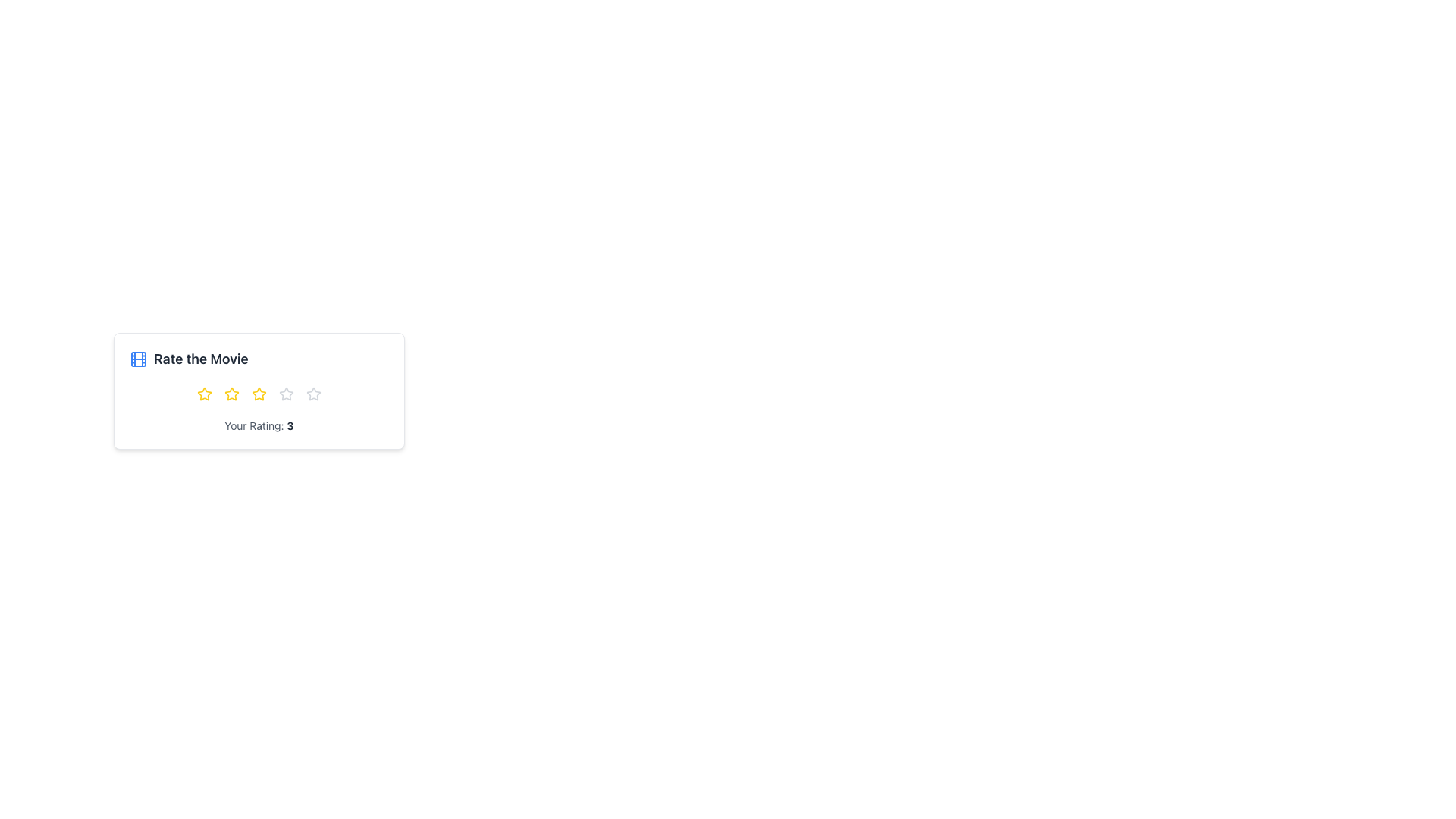 This screenshot has width=1456, height=819. I want to click on the third selectable rating star icon in the 'Rate the Movie' section, so click(231, 393).